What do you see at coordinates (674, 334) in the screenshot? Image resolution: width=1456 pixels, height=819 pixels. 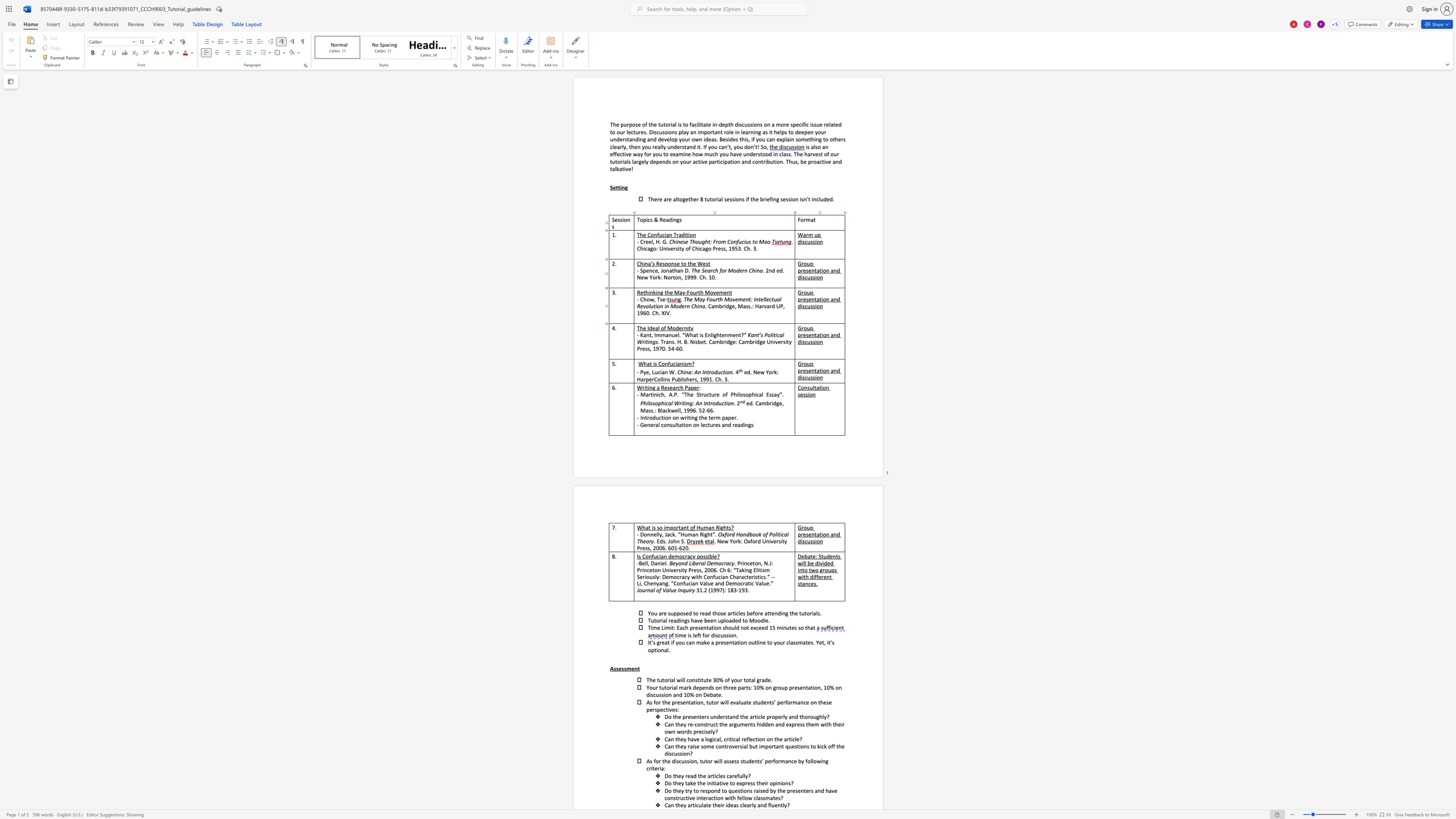 I see `the space between the continuous character "u" and "e" in the text` at bounding box center [674, 334].